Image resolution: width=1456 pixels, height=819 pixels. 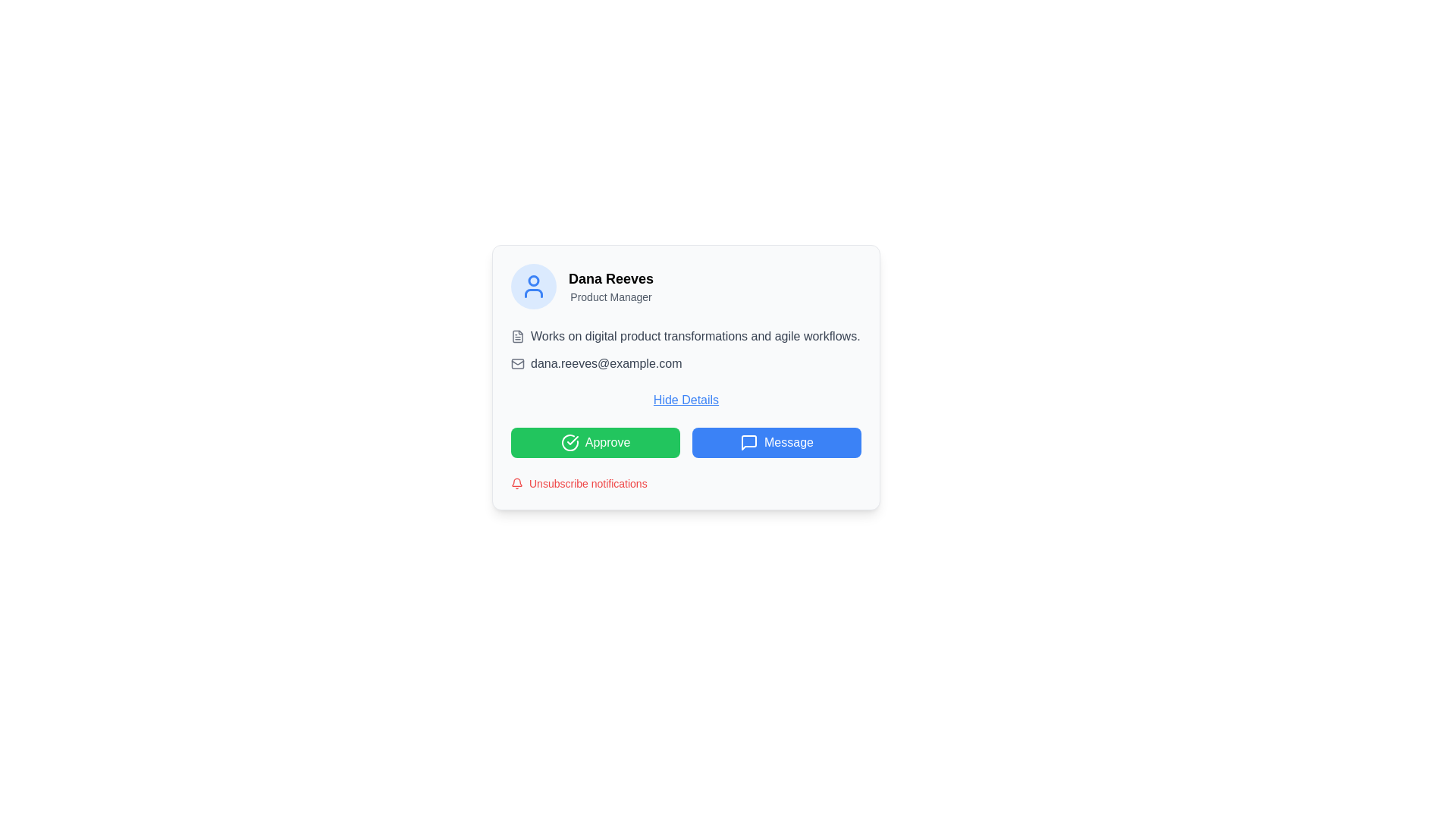 I want to click on rectangle element that serves as the base for the envelope icon located to the left of the email address 'dana.reeves@example.com', so click(x=517, y=363).